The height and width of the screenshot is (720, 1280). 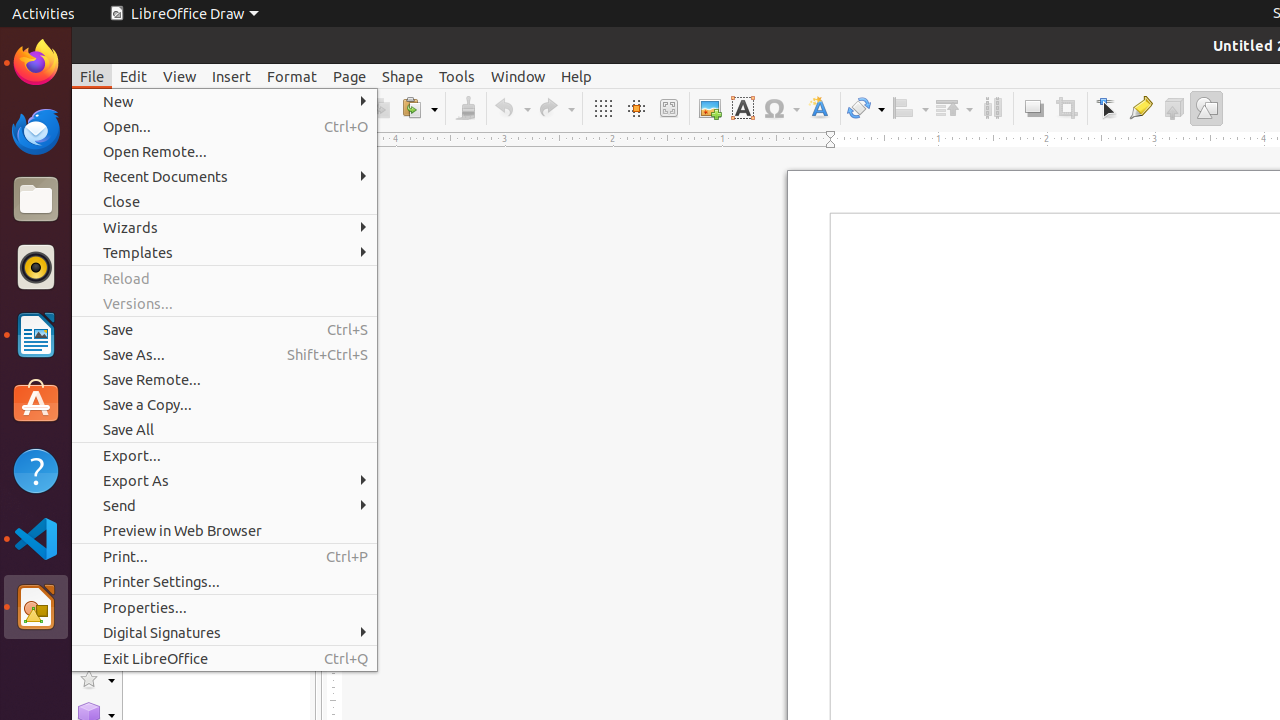 I want to click on 'Shadow', so click(x=1033, y=108).